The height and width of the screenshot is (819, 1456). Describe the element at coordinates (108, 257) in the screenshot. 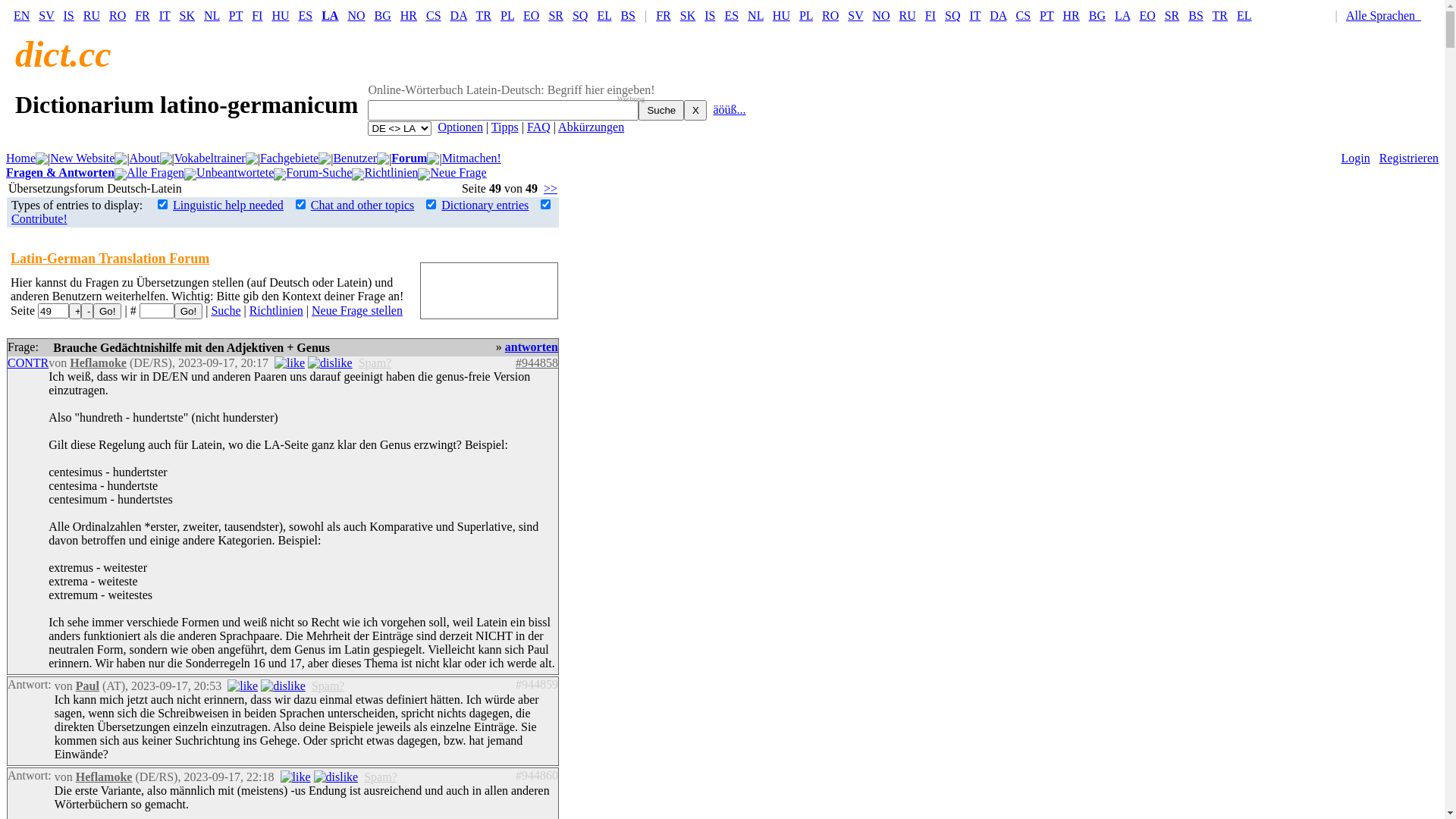

I see `'Latin-German Translation Forum'` at that location.